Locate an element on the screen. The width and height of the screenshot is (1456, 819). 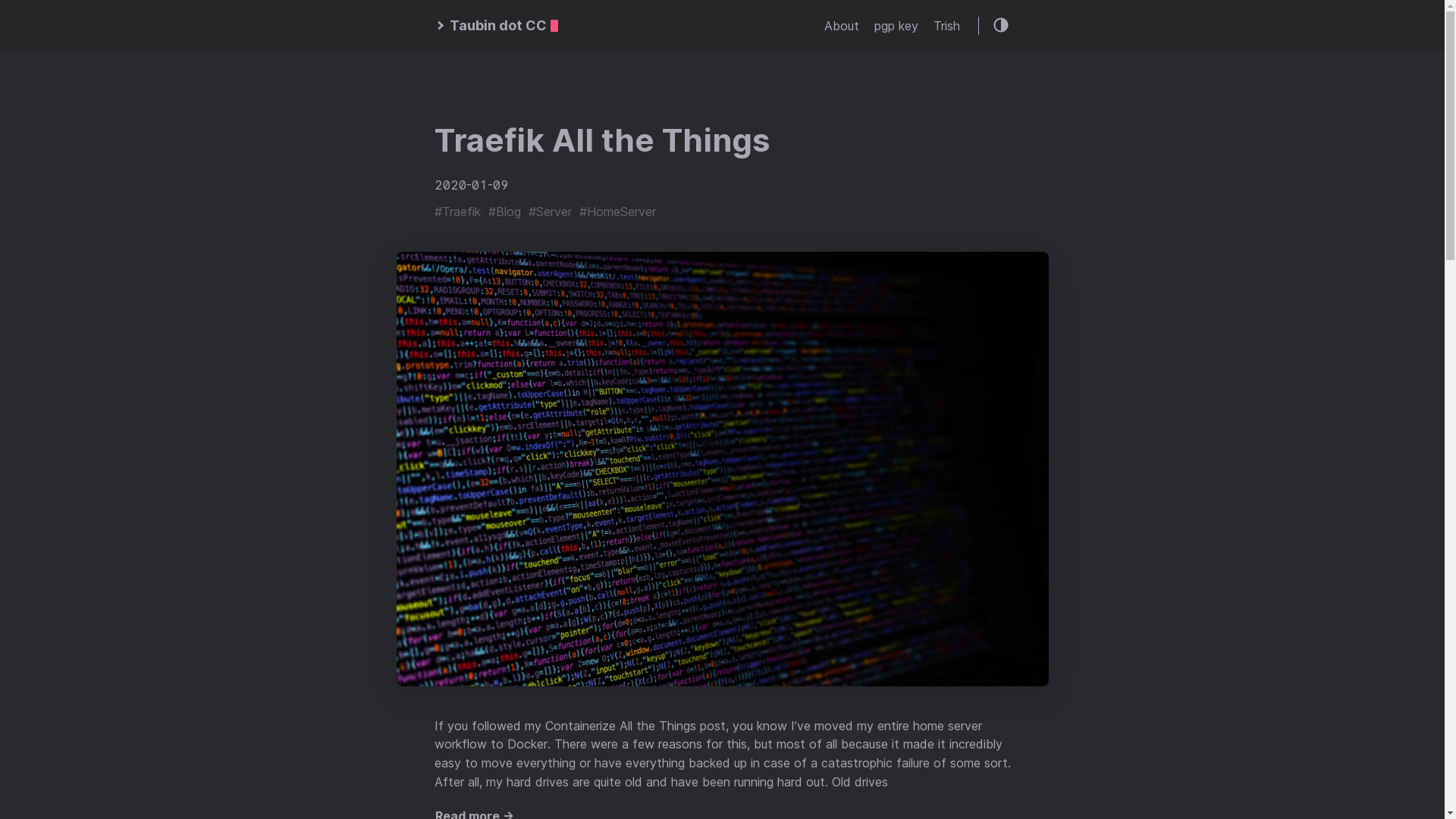
'About' is located at coordinates (839, 26).